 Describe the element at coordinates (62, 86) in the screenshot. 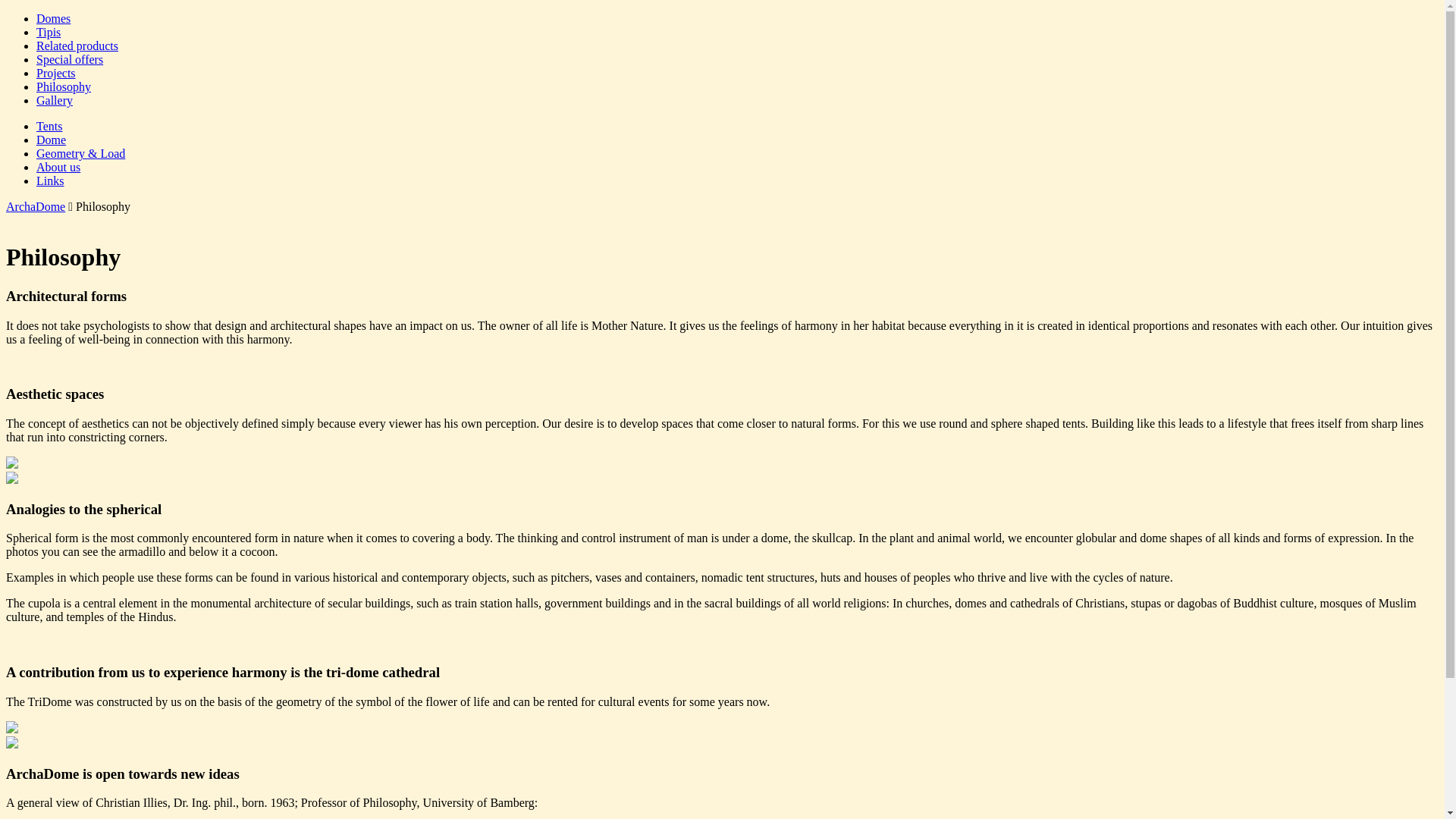

I see `'Philosophy'` at that location.